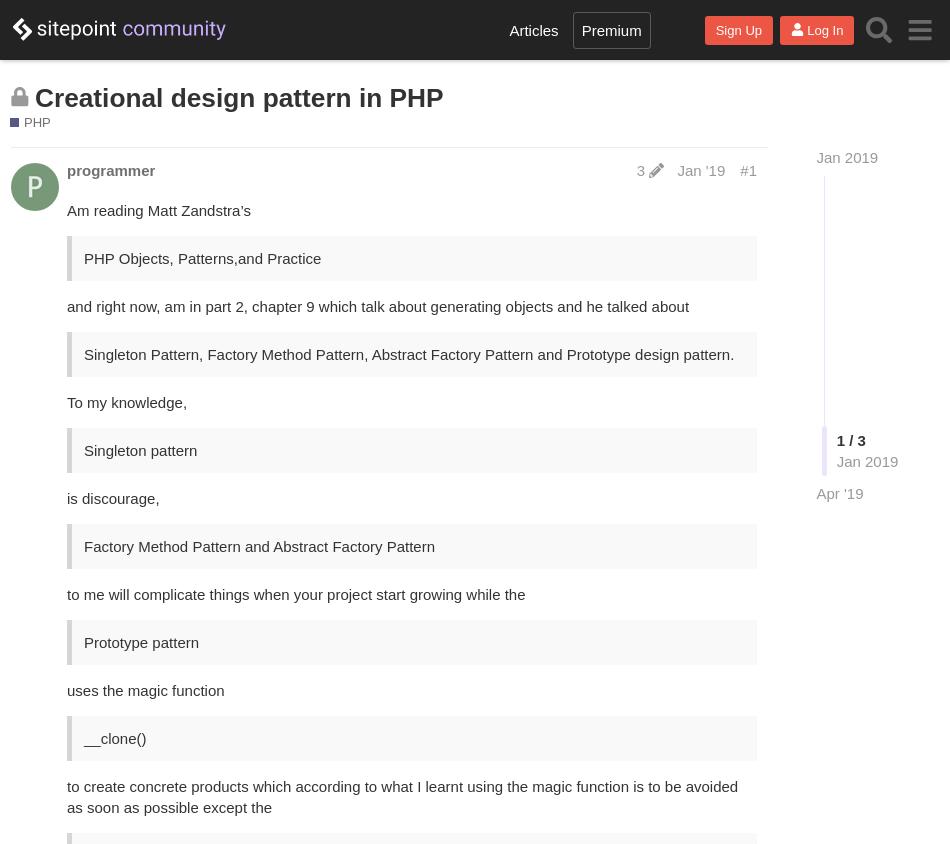 This screenshot has height=844, width=950. What do you see at coordinates (407, 354) in the screenshot?
I see `'Singleton Pattern, Factory Method Pattern, Abstract Factory Pattern and Prototype design pattern.'` at bounding box center [407, 354].